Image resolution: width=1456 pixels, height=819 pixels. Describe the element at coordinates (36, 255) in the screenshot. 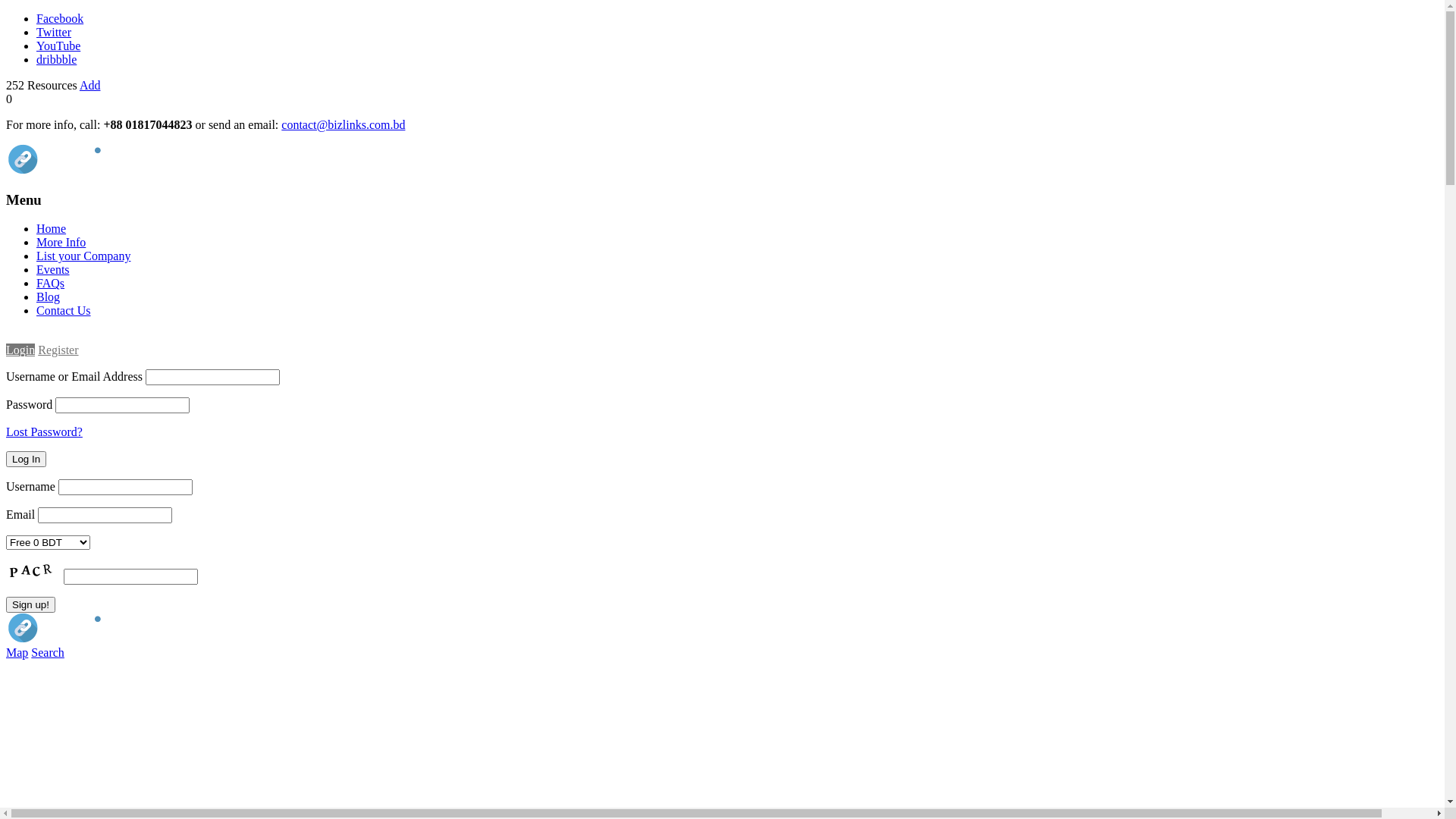

I see `'List your Company'` at that location.